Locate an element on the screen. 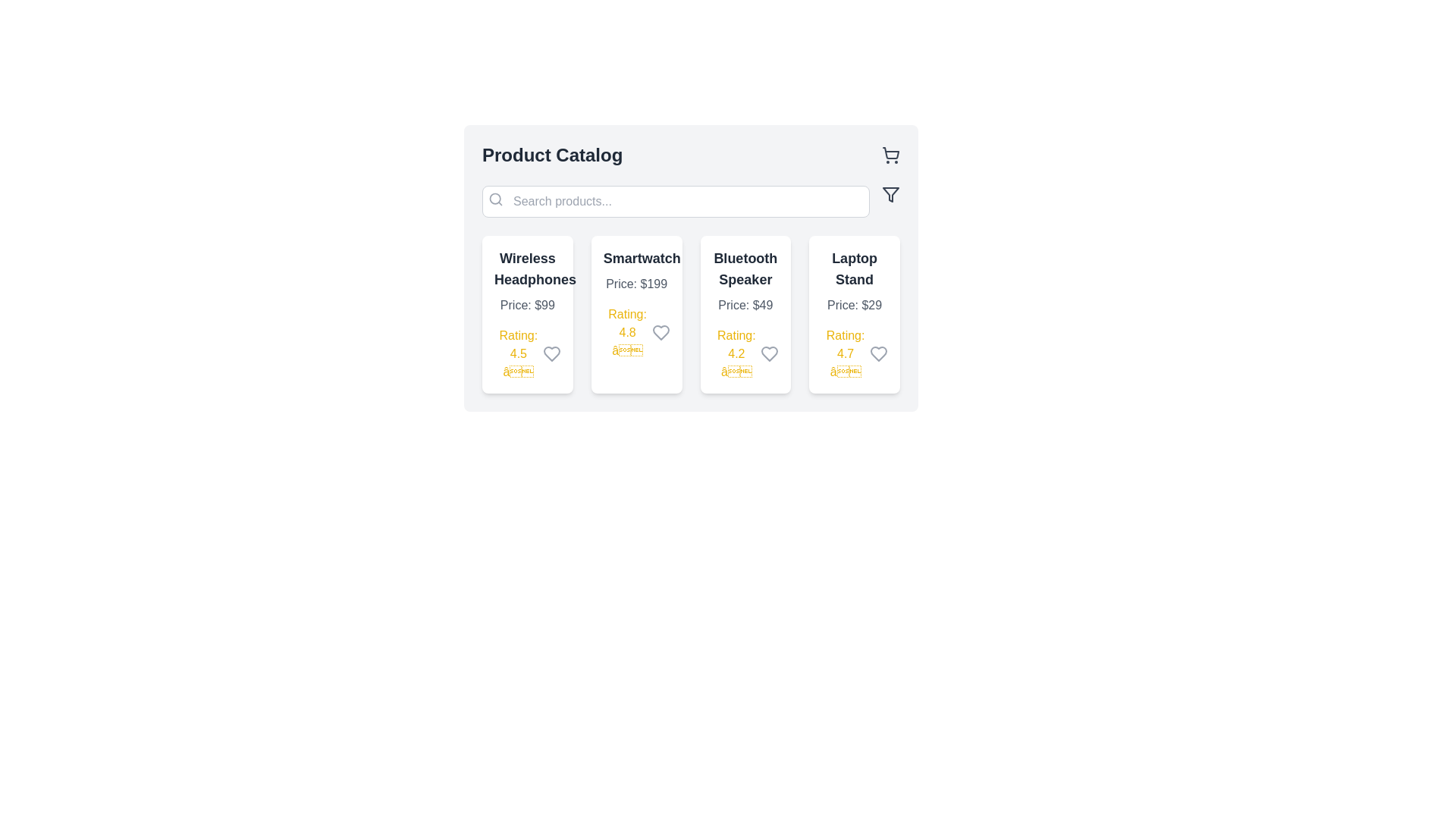  the favorite or like icon button for the 'Smartwatch' product is located at coordinates (661, 332).